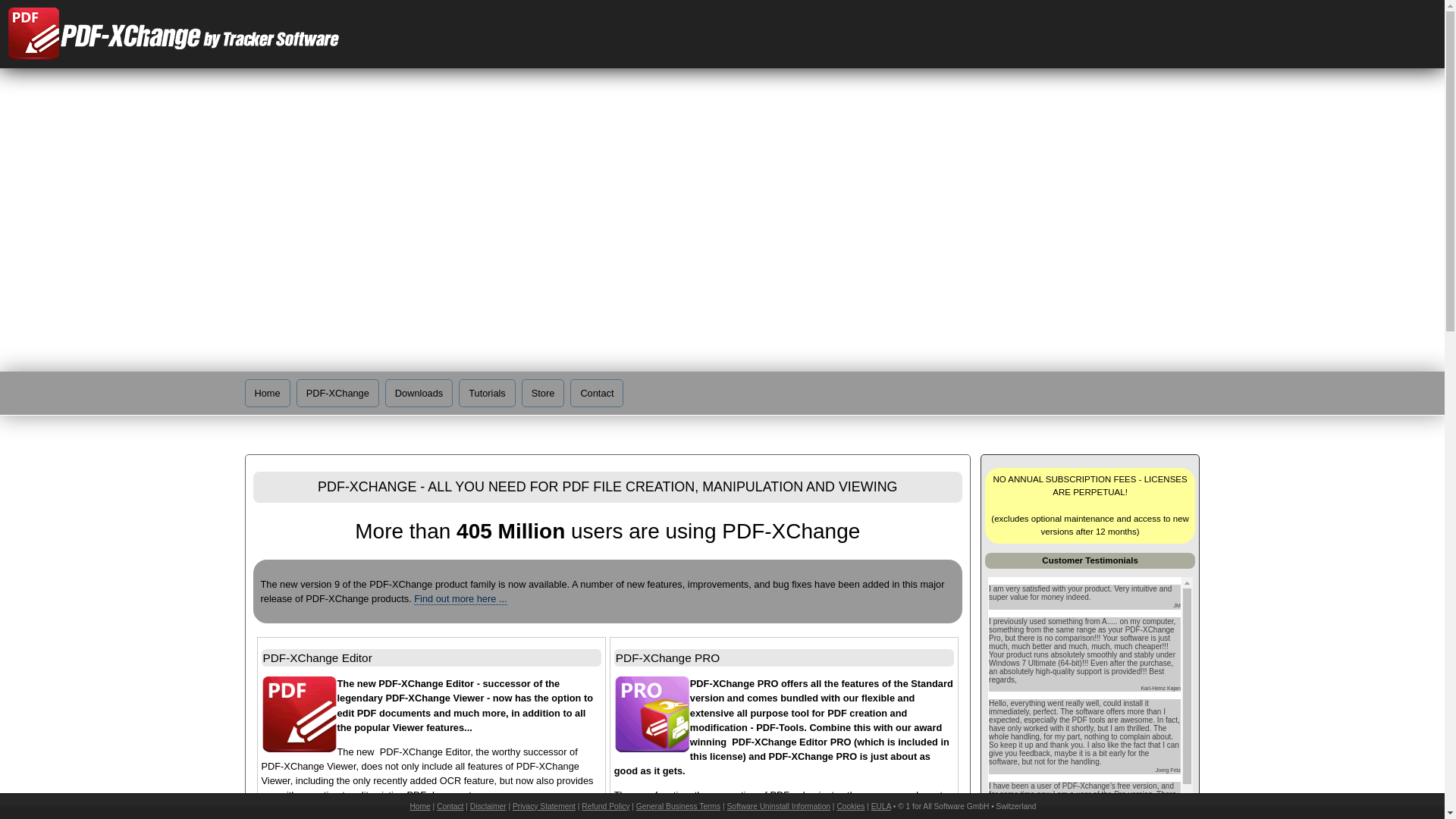 The height and width of the screenshot is (819, 1456). Describe the element at coordinates (266, 392) in the screenshot. I see `'Home'` at that location.